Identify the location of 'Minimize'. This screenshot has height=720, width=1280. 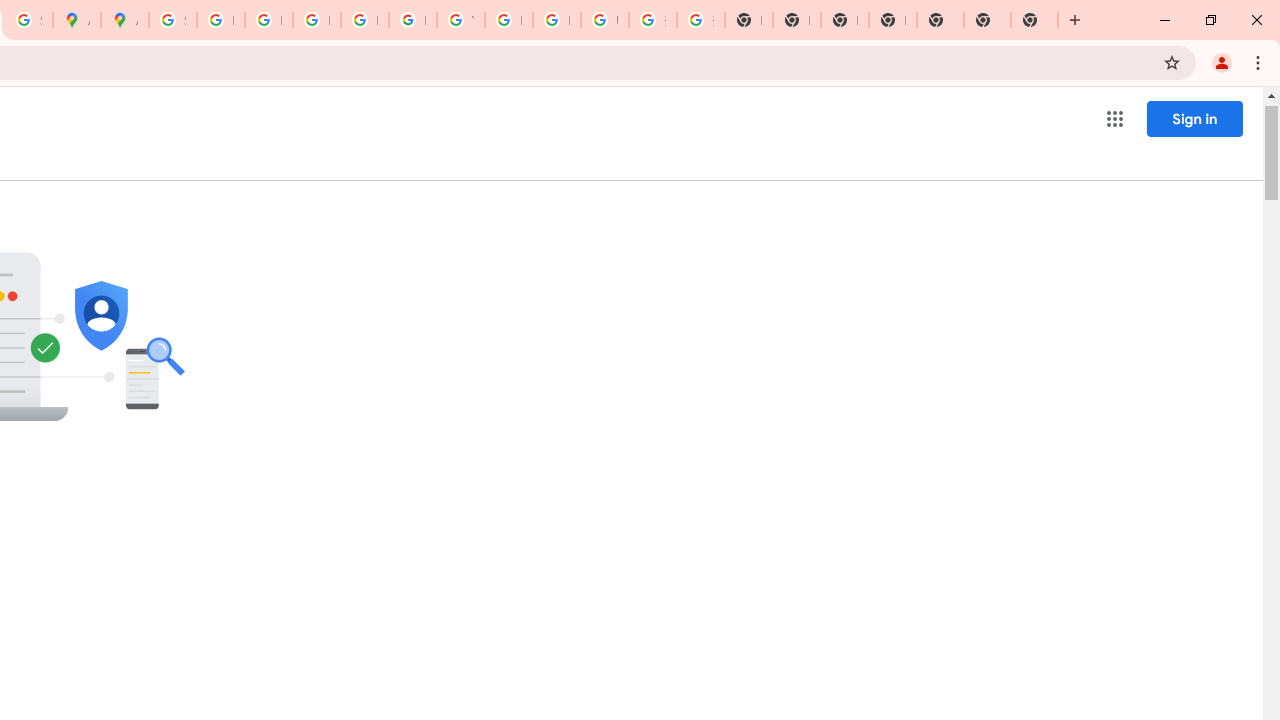
(1165, 20).